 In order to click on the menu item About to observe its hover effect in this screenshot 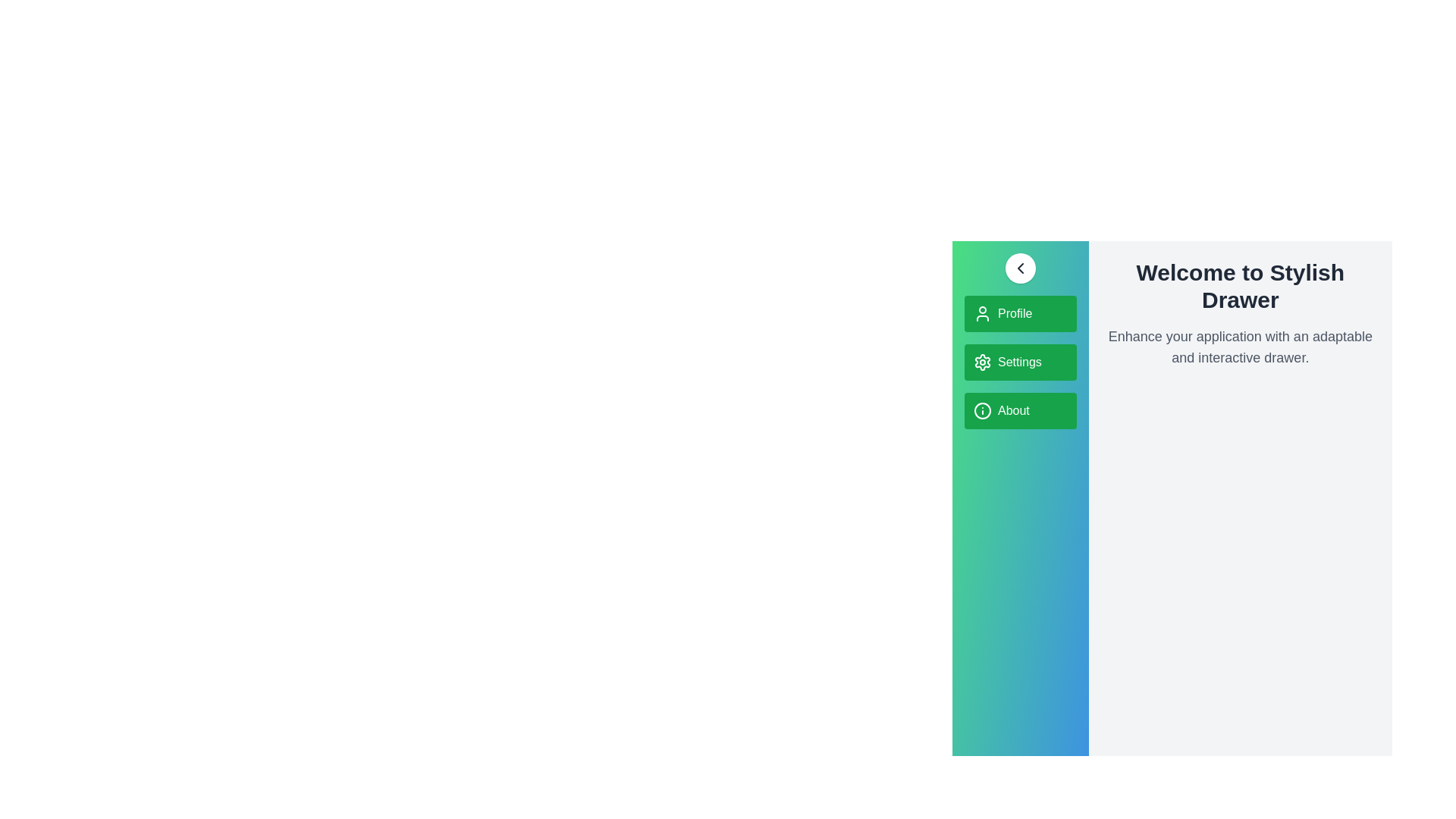, I will do `click(1020, 411)`.